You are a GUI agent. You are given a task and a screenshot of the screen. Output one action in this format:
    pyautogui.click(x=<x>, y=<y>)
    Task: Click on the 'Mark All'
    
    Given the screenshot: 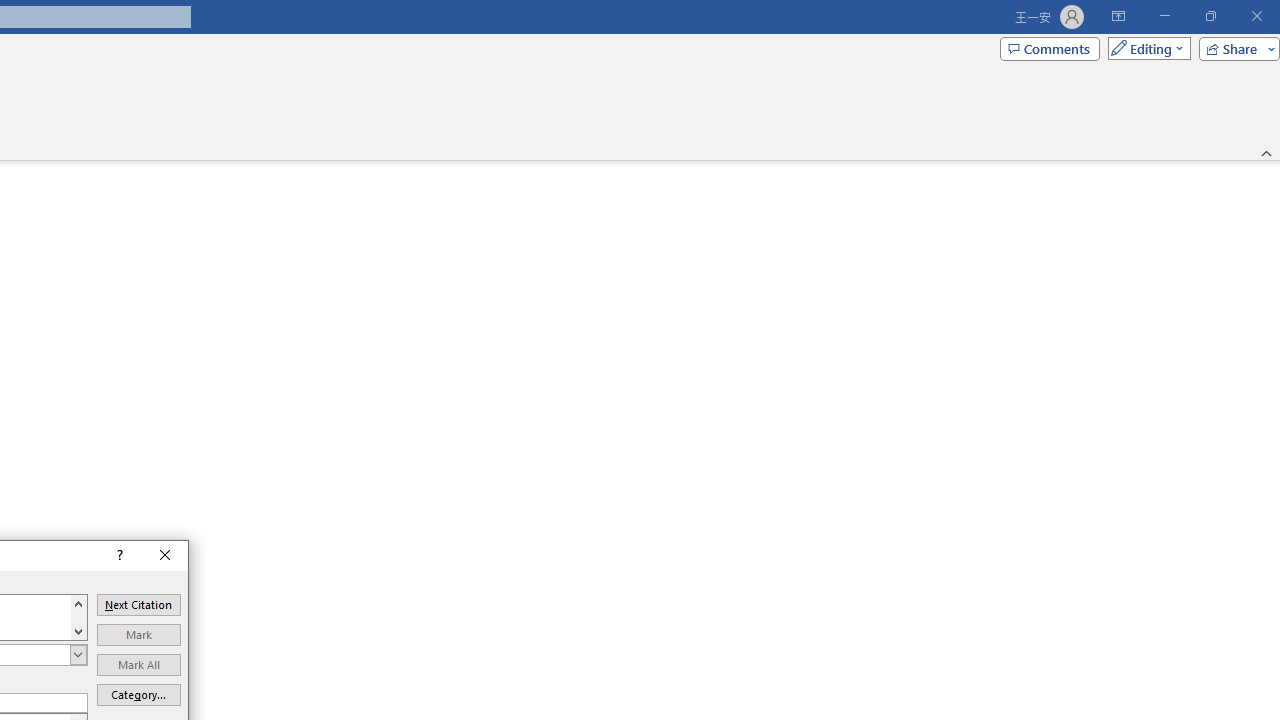 What is the action you would take?
    pyautogui.click(x=137, y=664)
    